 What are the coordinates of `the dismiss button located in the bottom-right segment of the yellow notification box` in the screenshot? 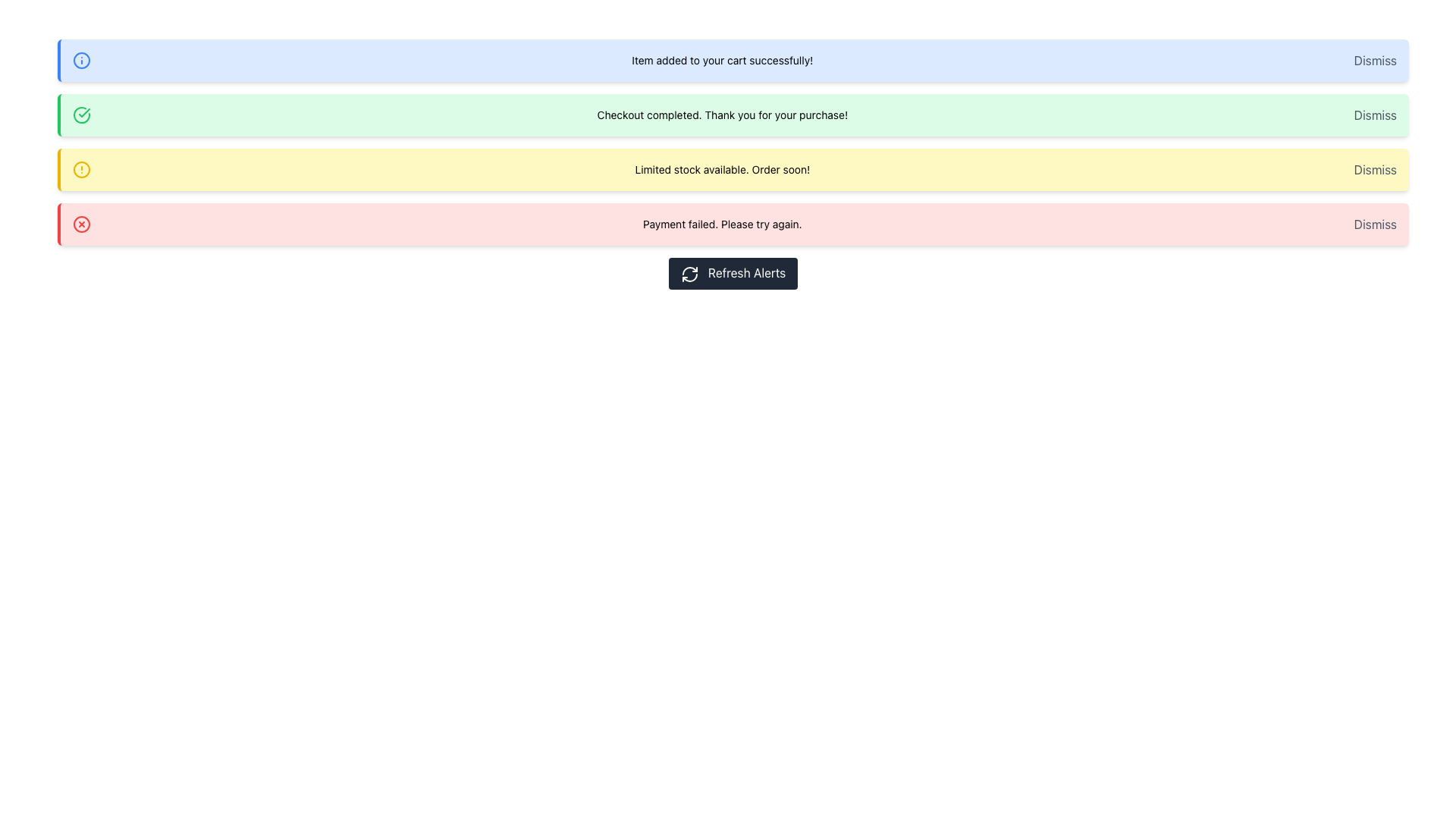 It's located at (1375, 169).